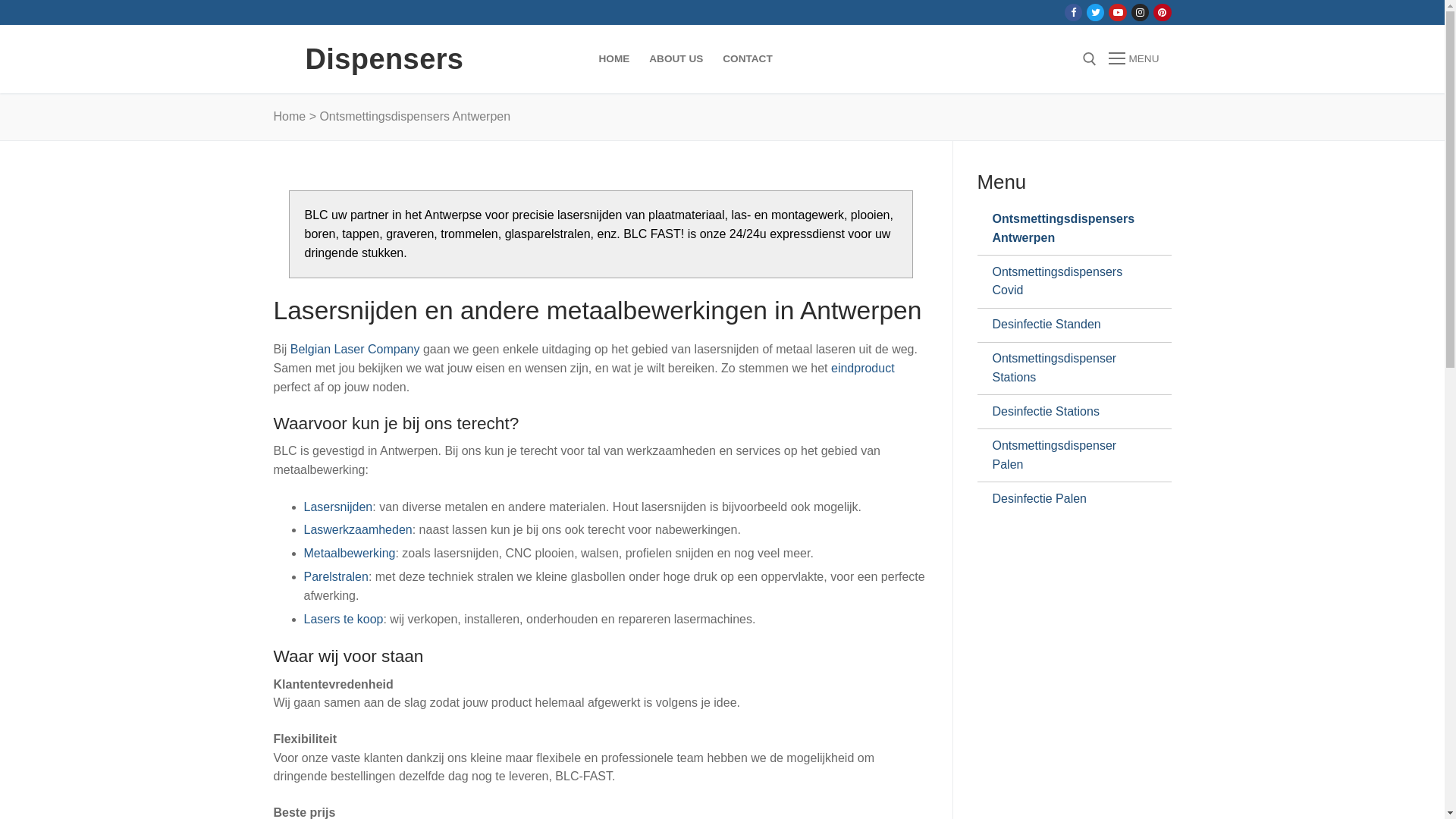 The image size is (1456, 819). Describe the element at coordinates (342, 619) in the screenshot. I see `'Lasers te koop'` at that location.